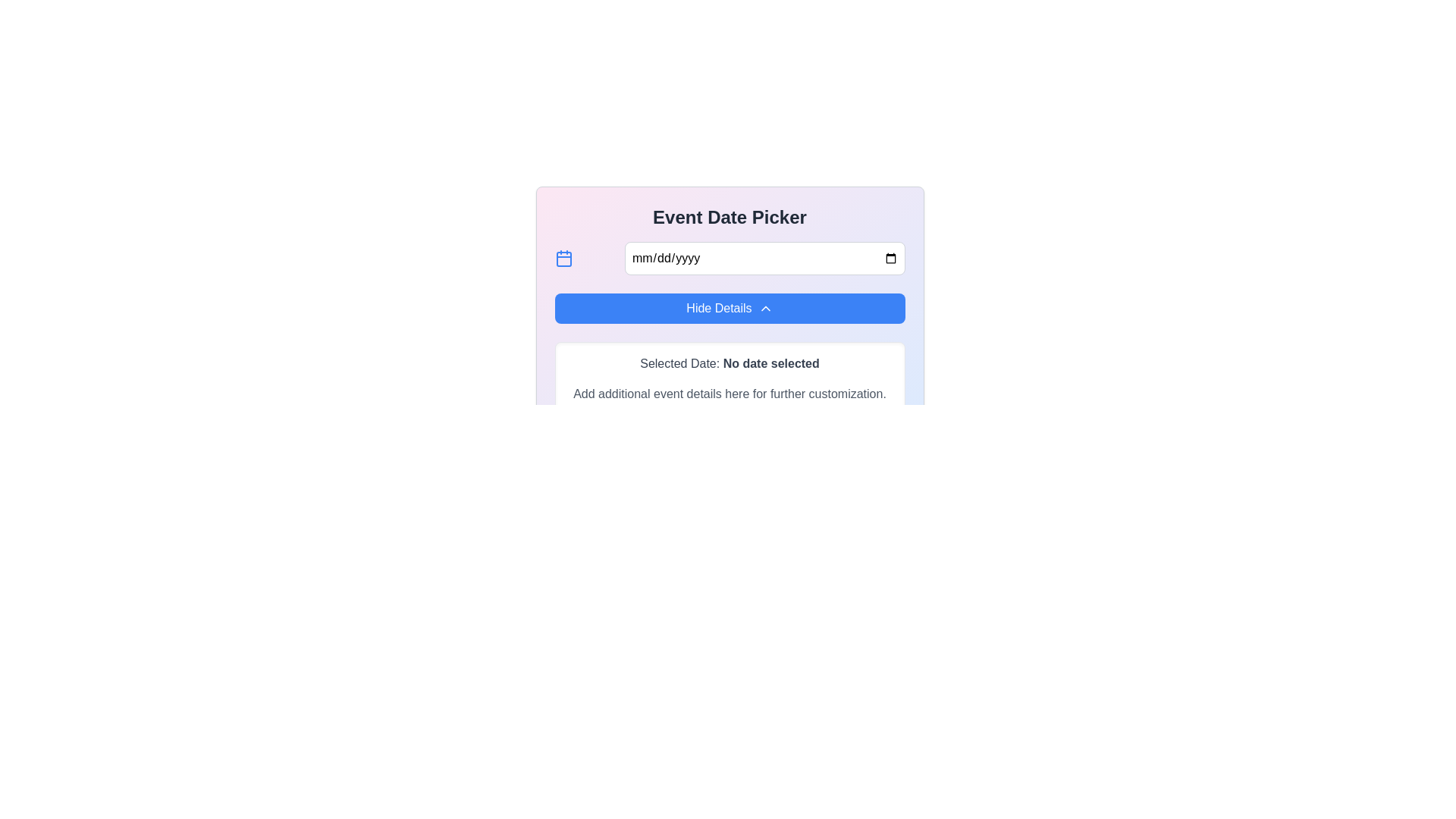  What do you see at coordinates (765, 308) in the screenshot?
I see `the collapse icon located within the 'Hide Details' button on the right-hand side` at bounding box center [765, 308].